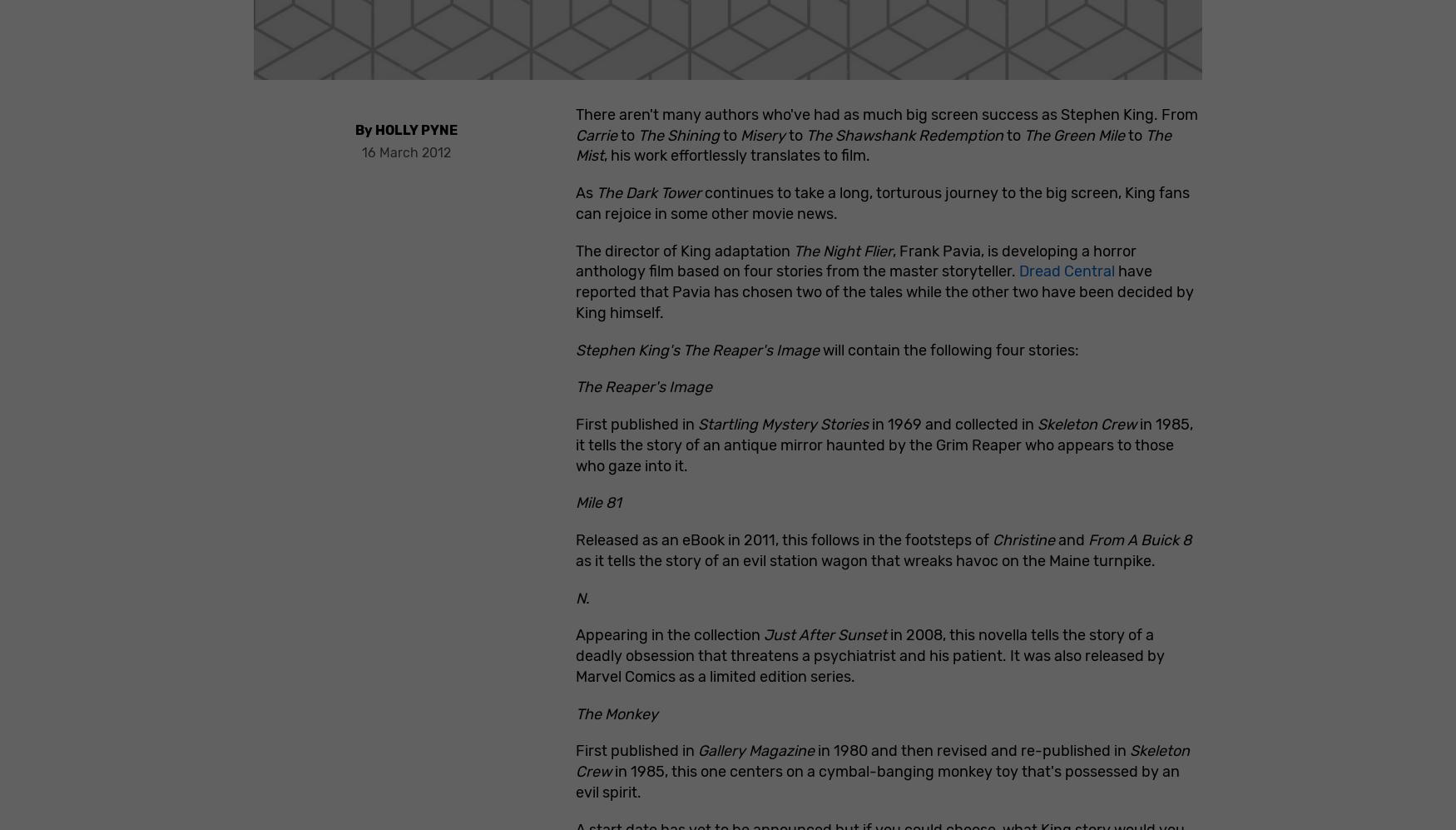 The height and width of the screenshot is (830, 1456). Describe the element at coordinates (696, 349) in the screenshot. I see `'Stephen King's The Reaper's Image'` at that location.